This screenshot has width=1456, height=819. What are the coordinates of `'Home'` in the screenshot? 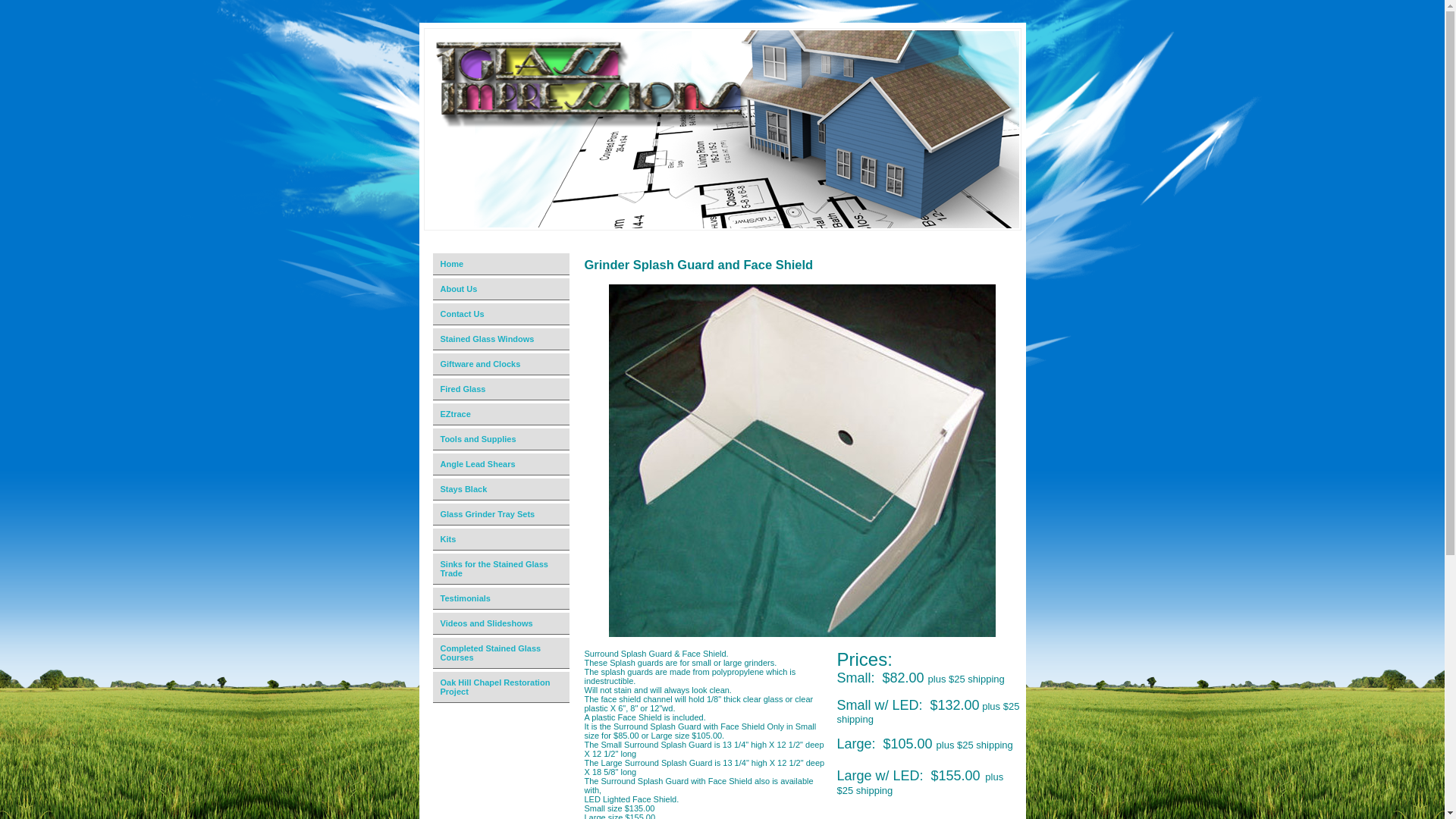 It's located at (502, 263).